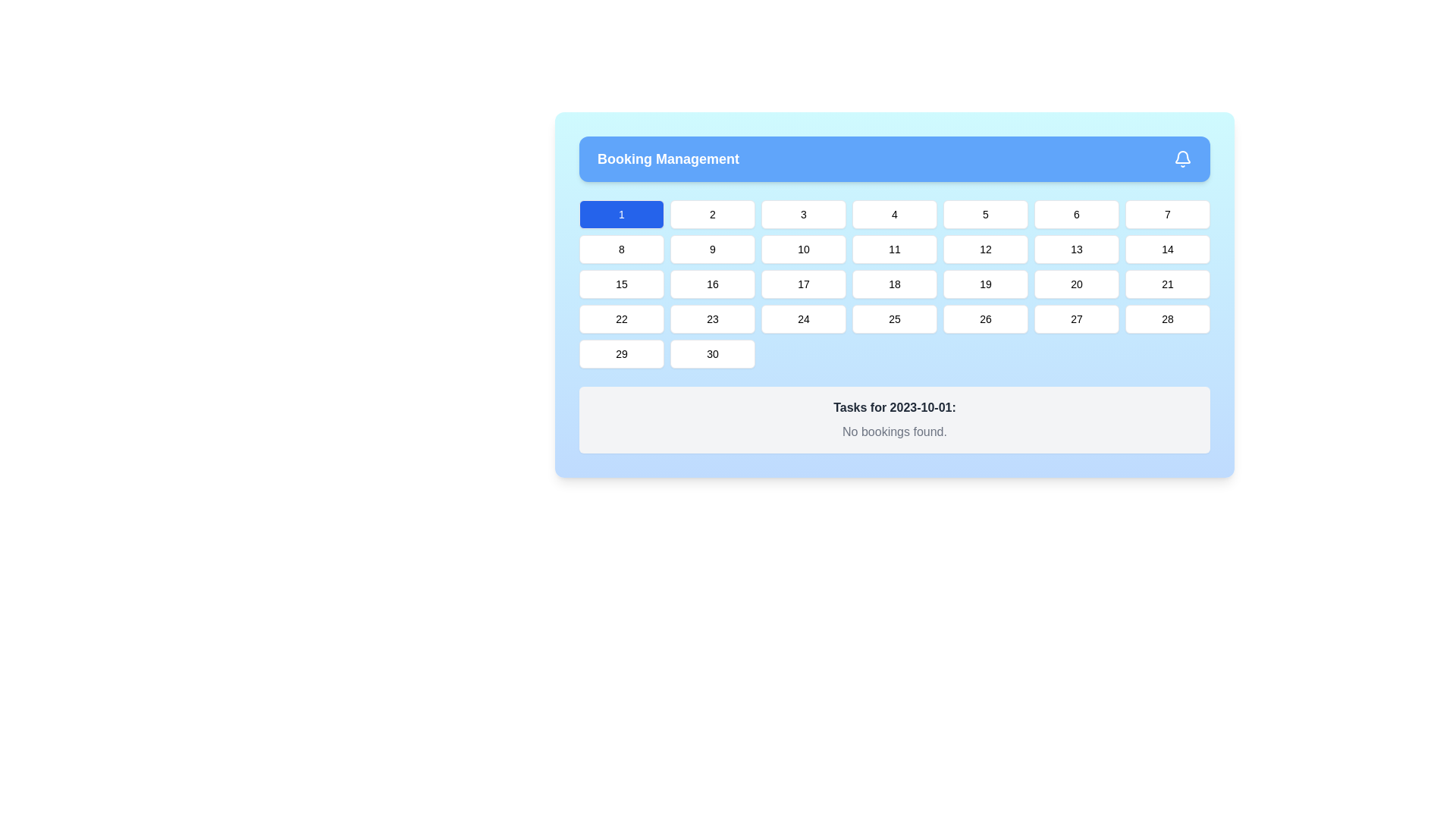 The width and height of the screenshot is (1456, 819). Describe the element at coordinates (712, 248) in the screenshot. I see `the button with the number '9' centered in a sans-serif font, located in the second row and second column under 'Booking Management'` at that location.